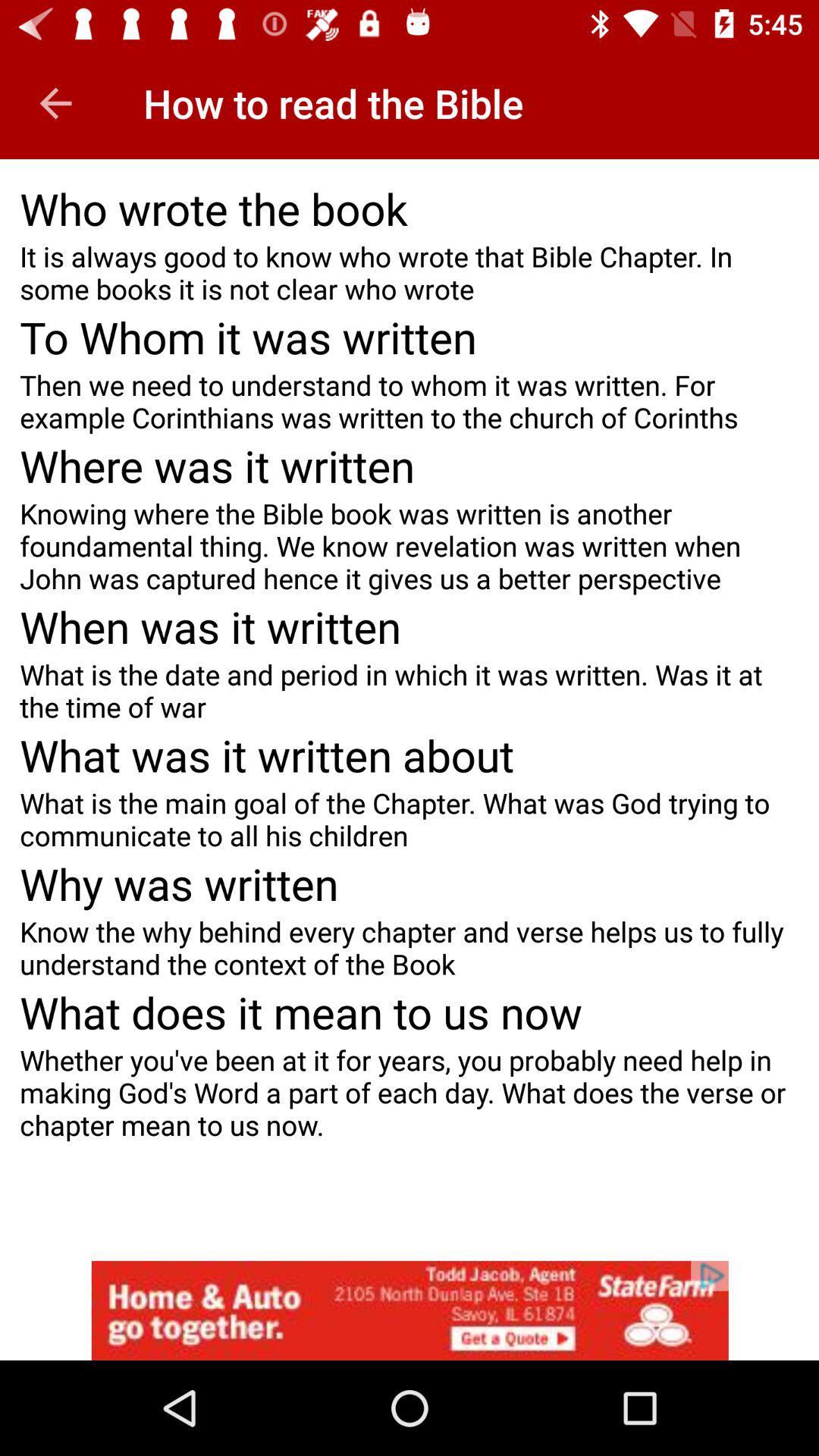 The height and width of the screenshot is (1456, 819). What do you see at coordinates (55, 102) in the screenshot?
I see `go back` at bounding box center [55, 102].